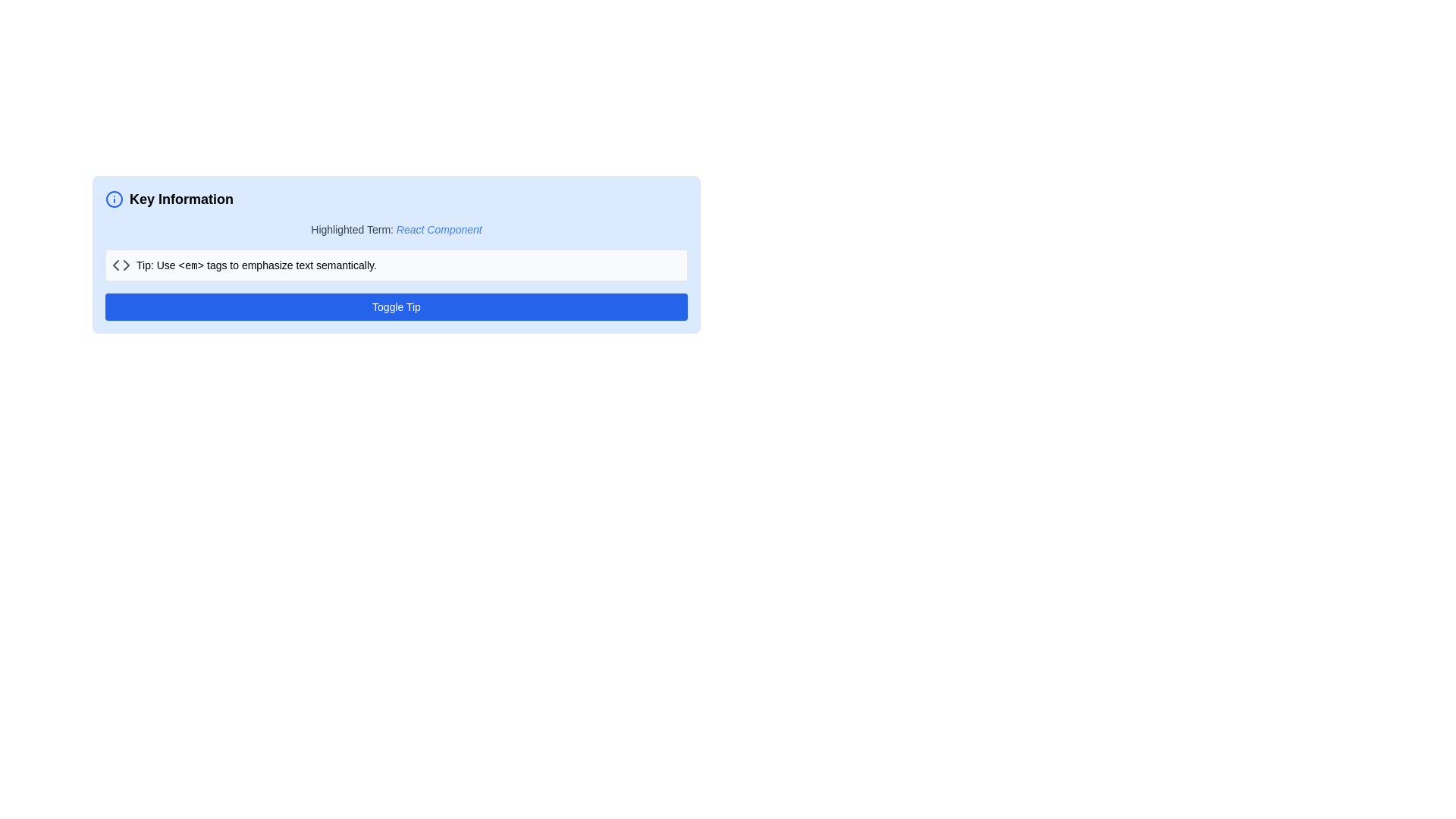  I want to click on the gray icon resembling a pair of angle brackets, which is located on the left side of a horizontal group preceding a text message that starts with 'Tip: Use <em>', so click(120, 265).